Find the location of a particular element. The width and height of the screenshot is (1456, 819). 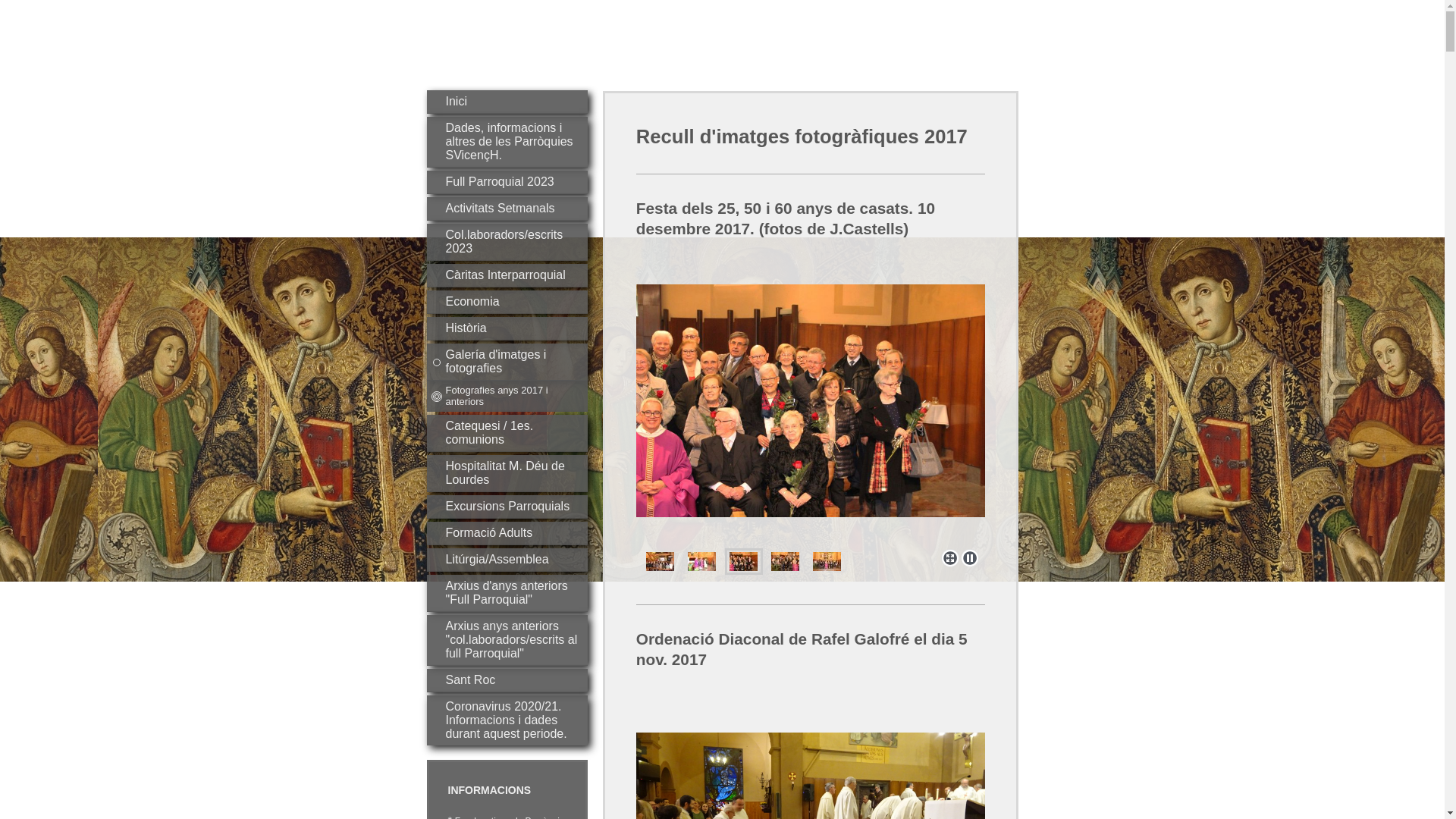

'Catequesi / 1es. comunions' is located at coordinates (506, 433).